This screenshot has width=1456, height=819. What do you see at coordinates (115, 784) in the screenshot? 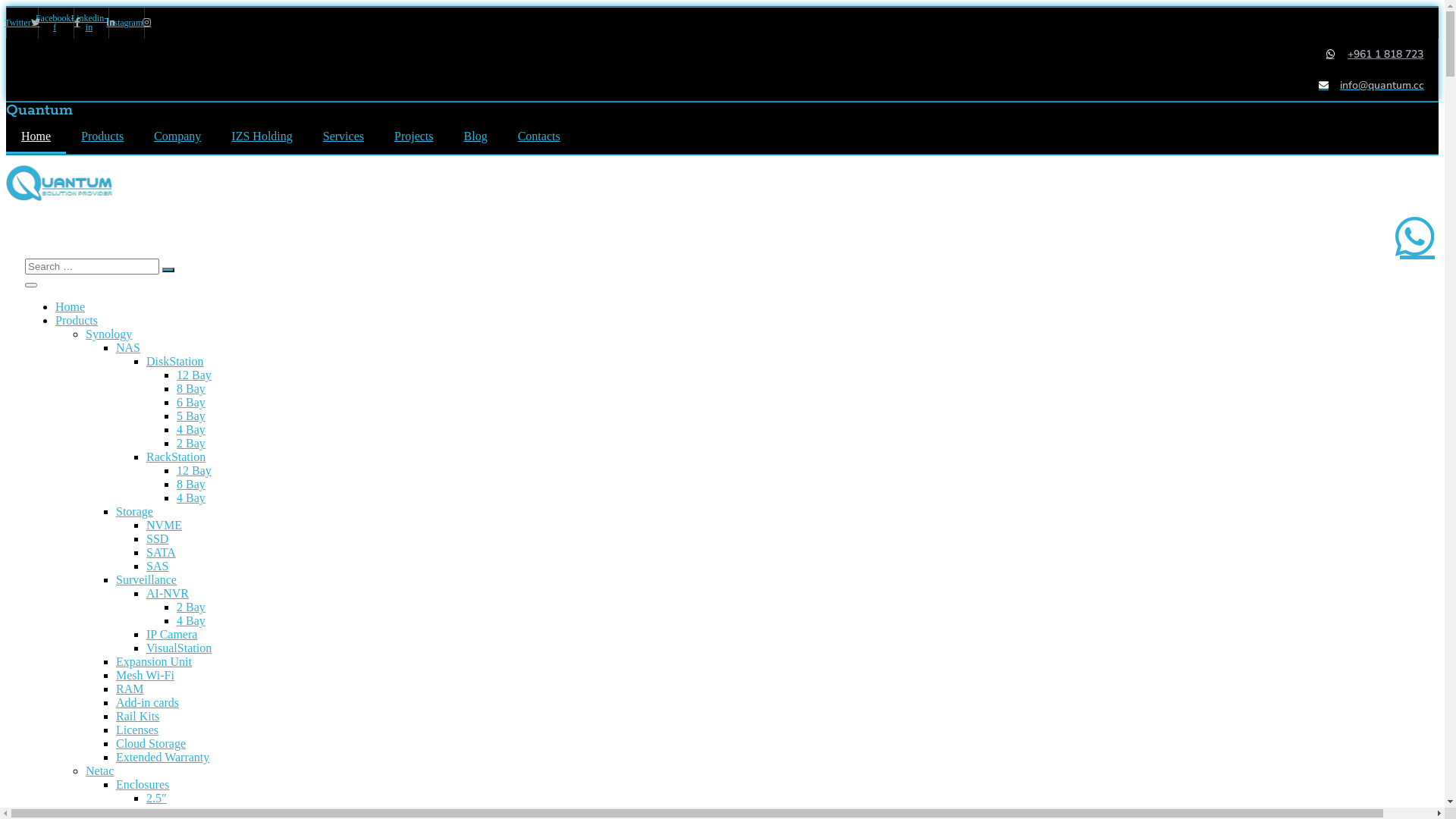
I see `'Enclosures'` at bounding box center [115, 784].